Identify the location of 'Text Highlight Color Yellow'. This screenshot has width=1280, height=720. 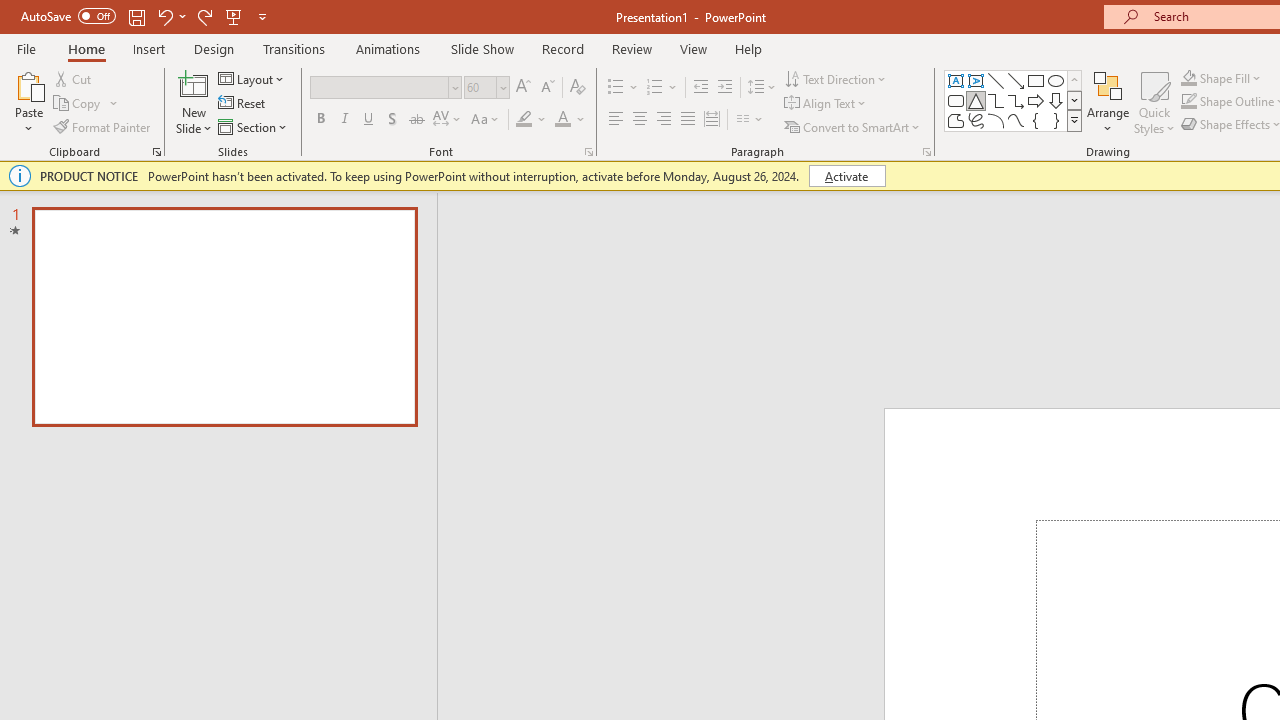
(524, 119).